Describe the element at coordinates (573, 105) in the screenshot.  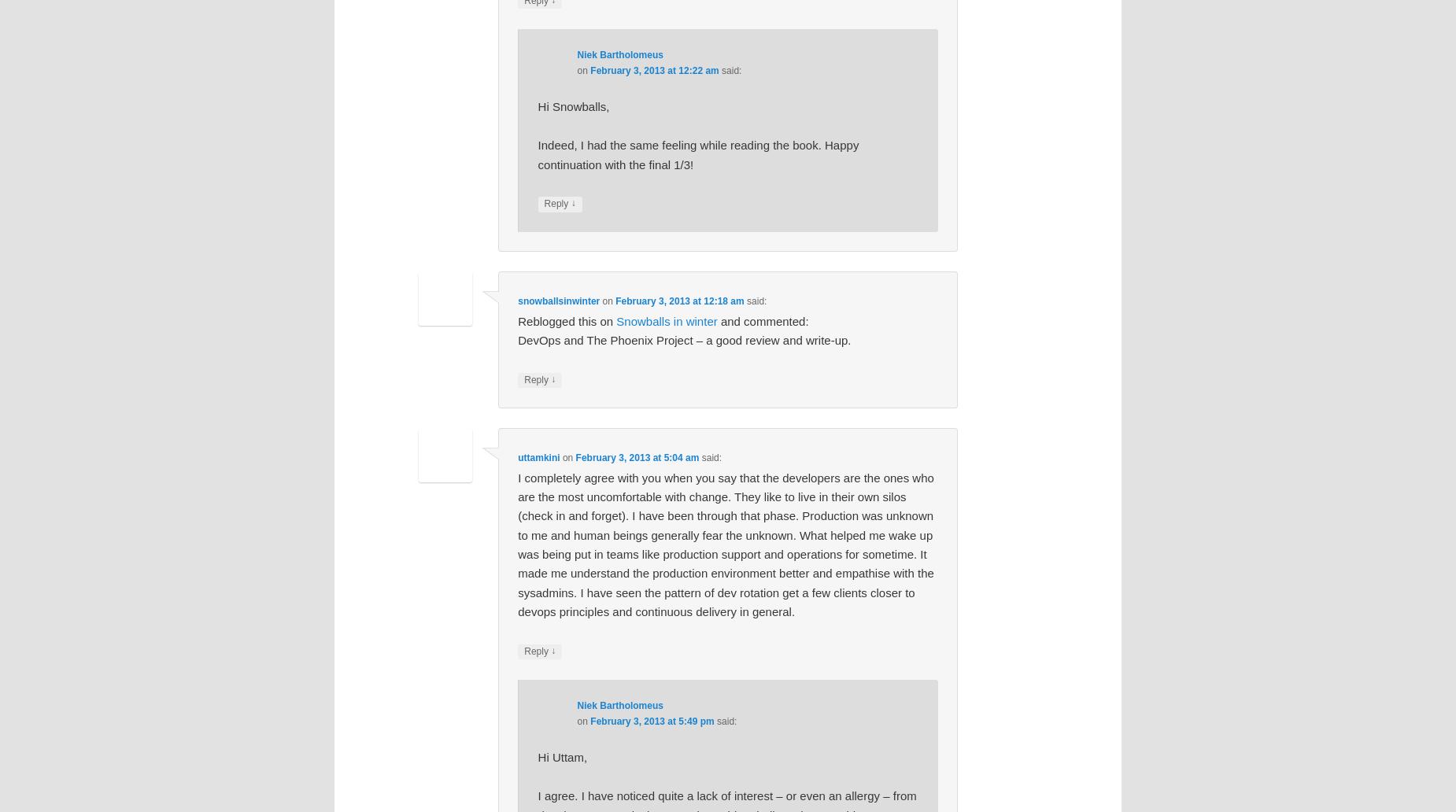
I see `'Hi Snowballs,'` at that location.